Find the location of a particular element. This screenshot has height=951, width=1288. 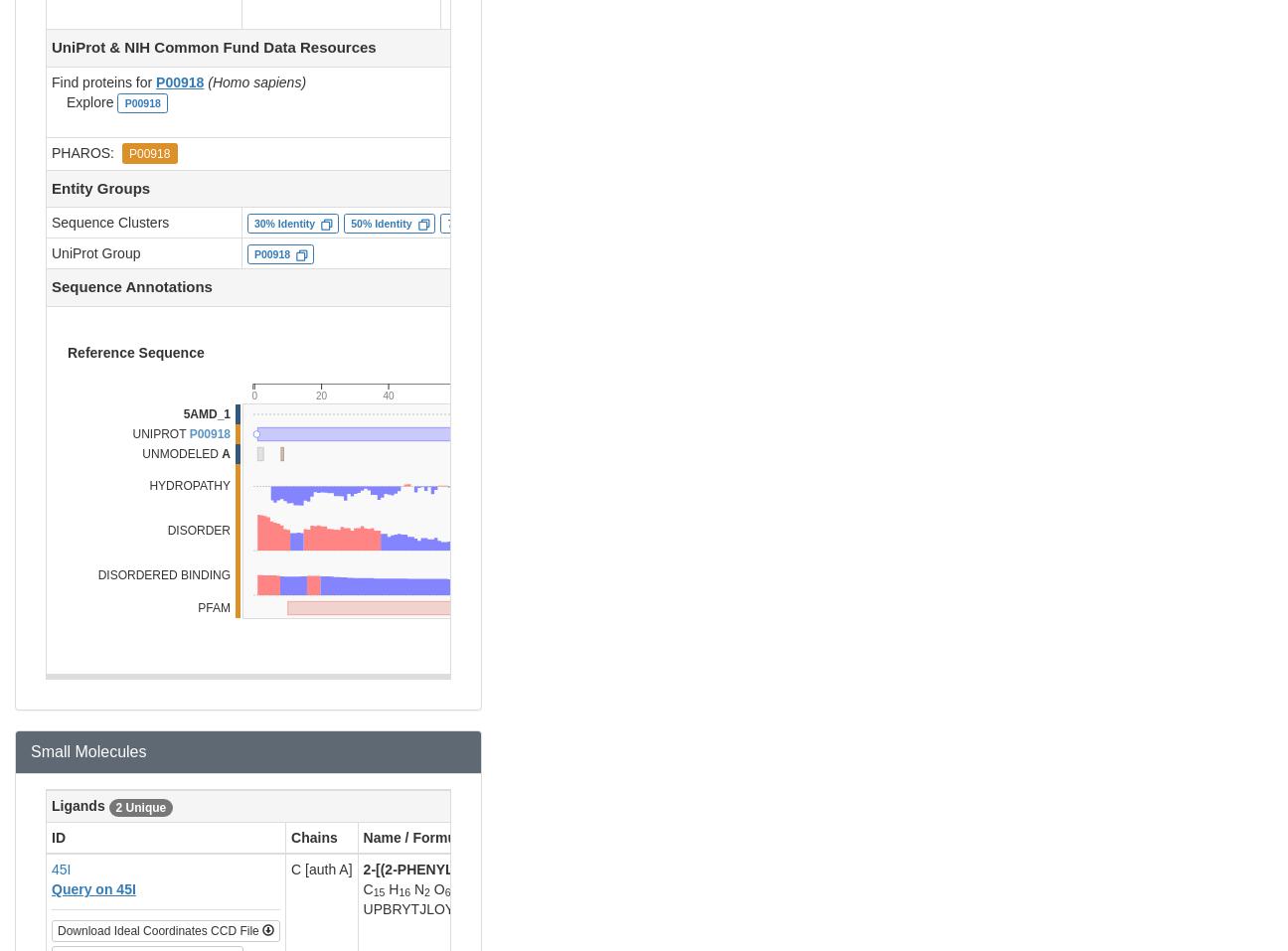

'Sequence Clusters' is located at coordinates (109, 222).